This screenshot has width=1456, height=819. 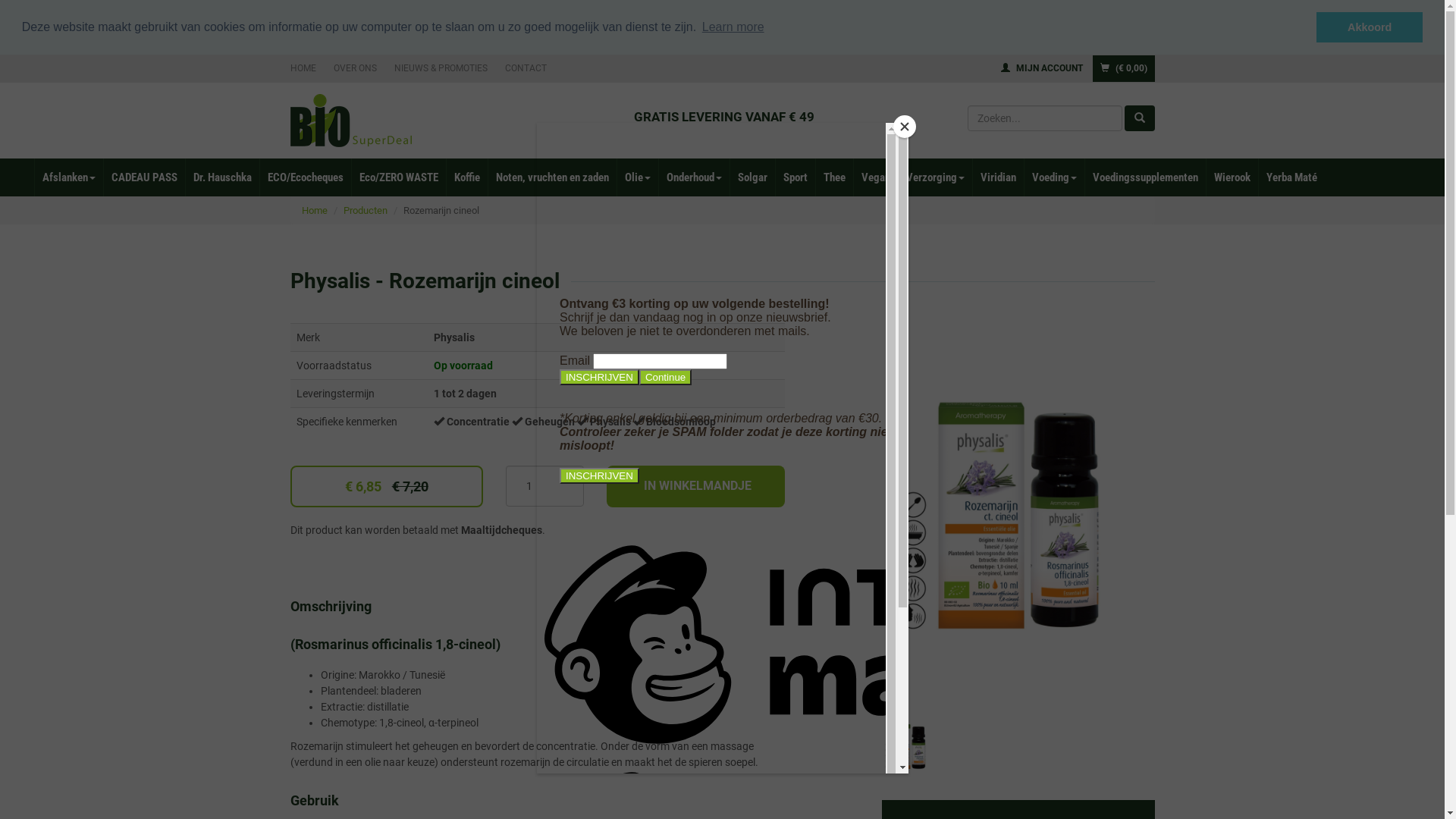 What do you see at coordinates (445, 175) in the screenshot?
I see `'Koffie'` at bounding box center [445, 175].